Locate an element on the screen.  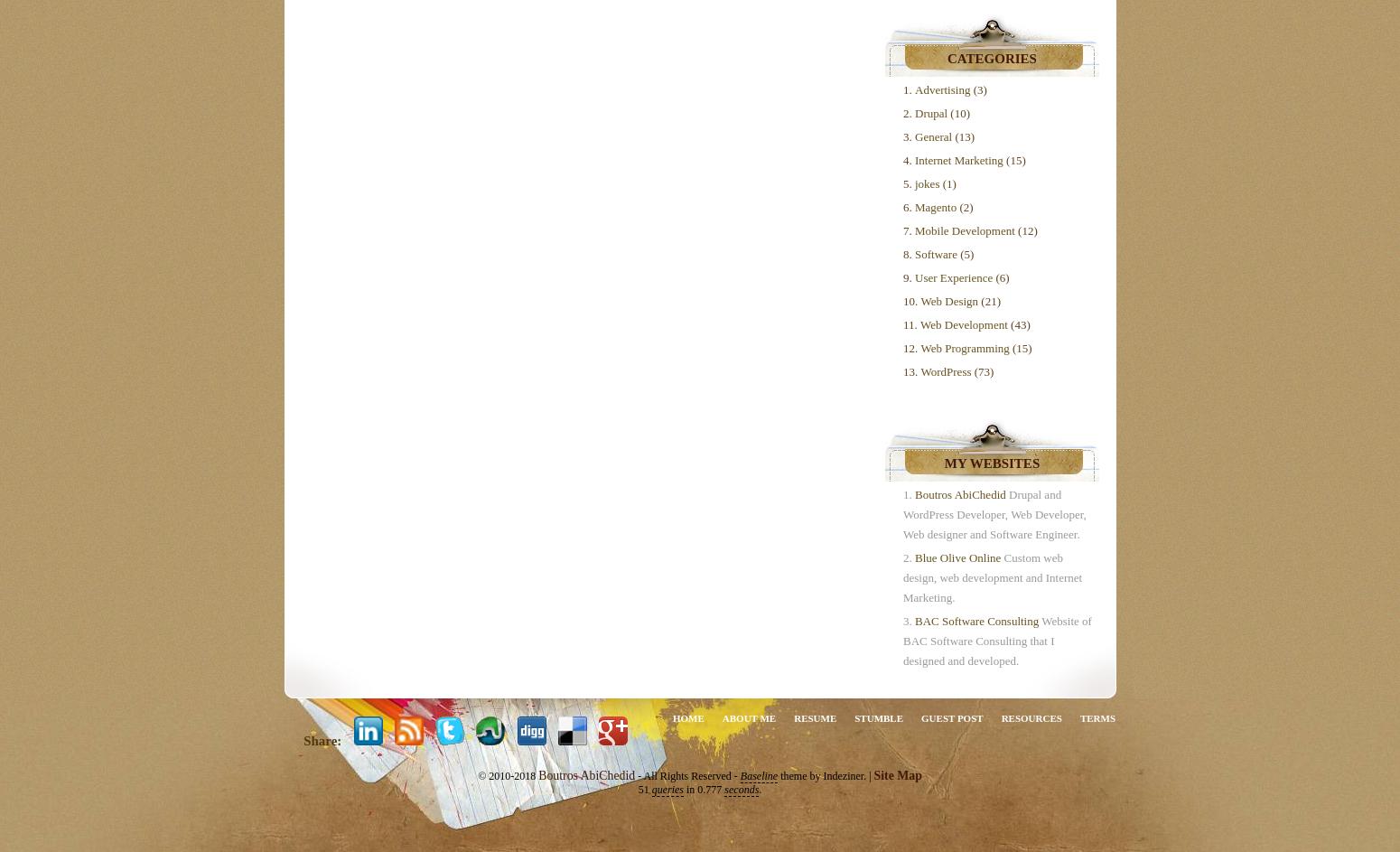
'WordPress' is located at coordinates (946, 370).